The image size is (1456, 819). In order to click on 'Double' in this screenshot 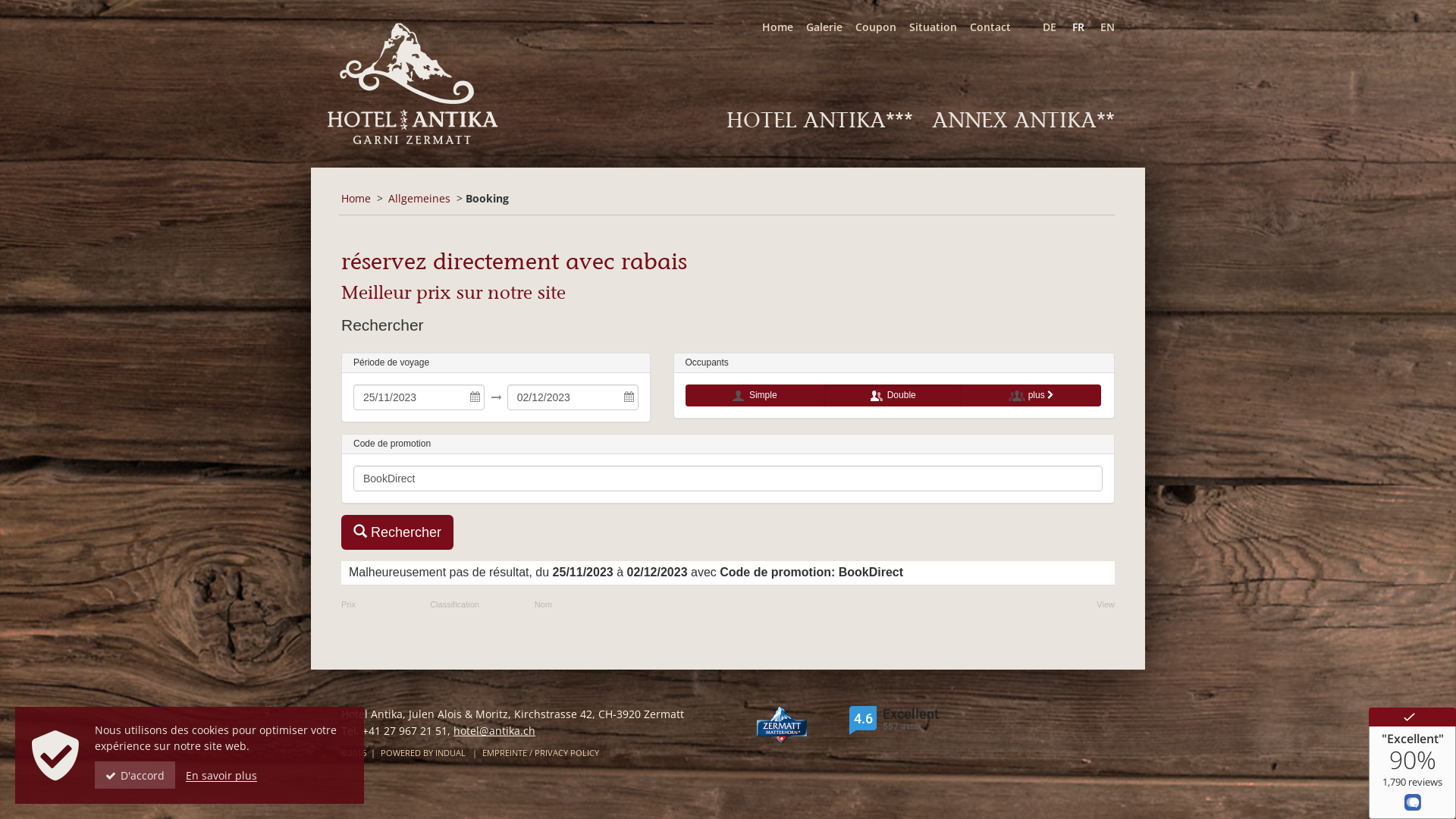, I will do `click(893, 394)`.